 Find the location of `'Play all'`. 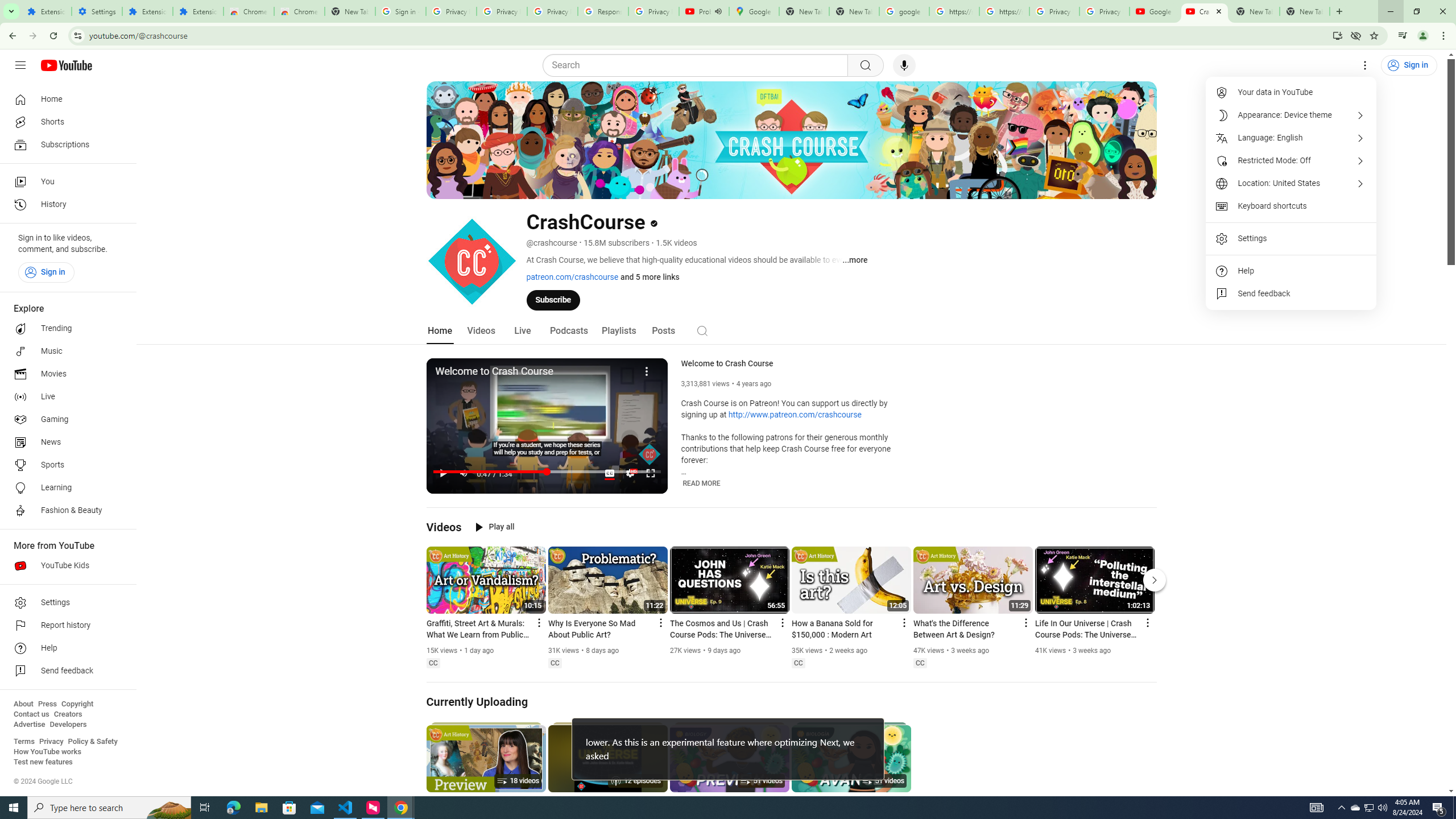

'Play all' is located at coordinates (494, 527).